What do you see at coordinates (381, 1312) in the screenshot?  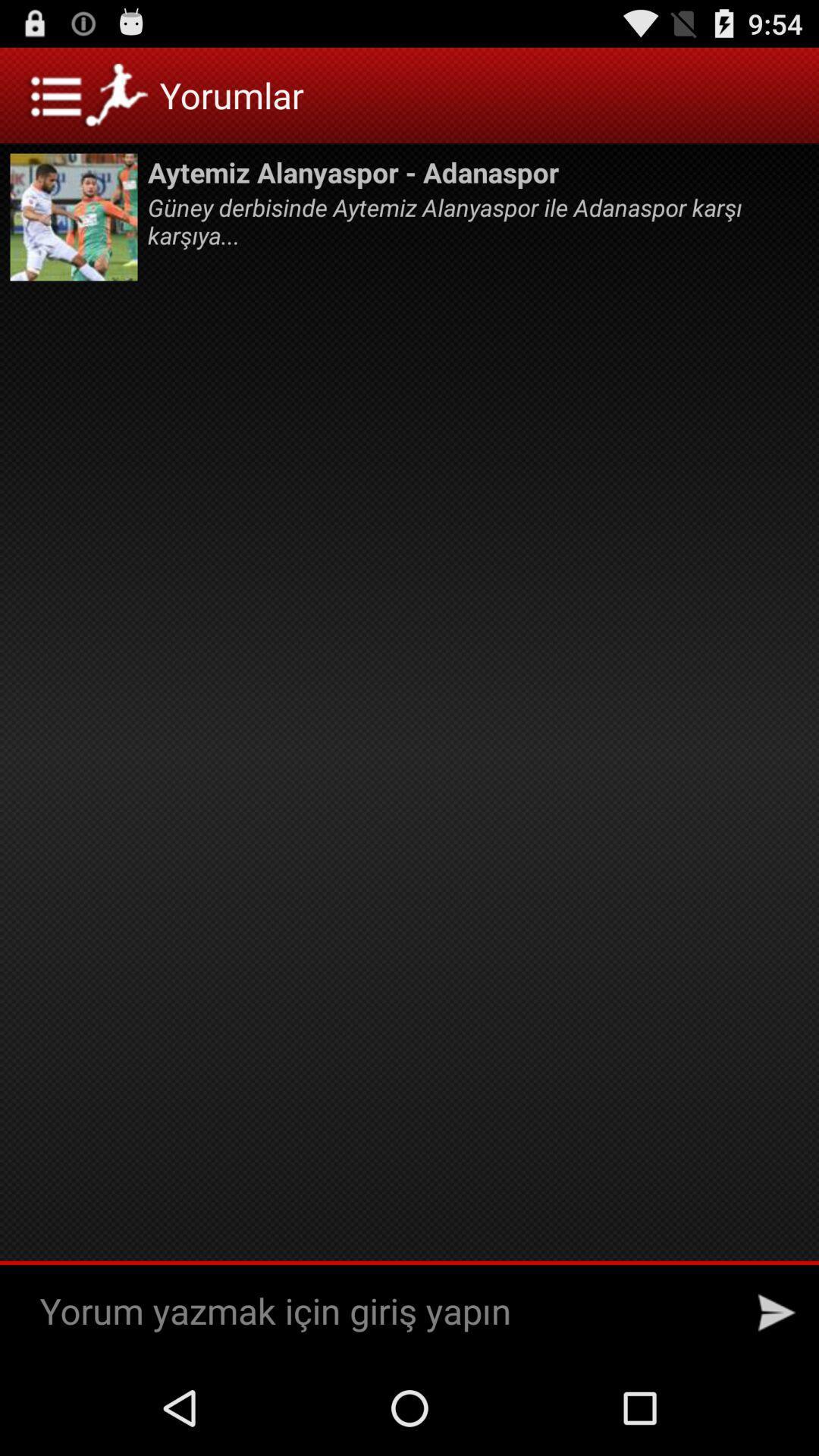 I see `write a message` at bounding box center [381, 1312].